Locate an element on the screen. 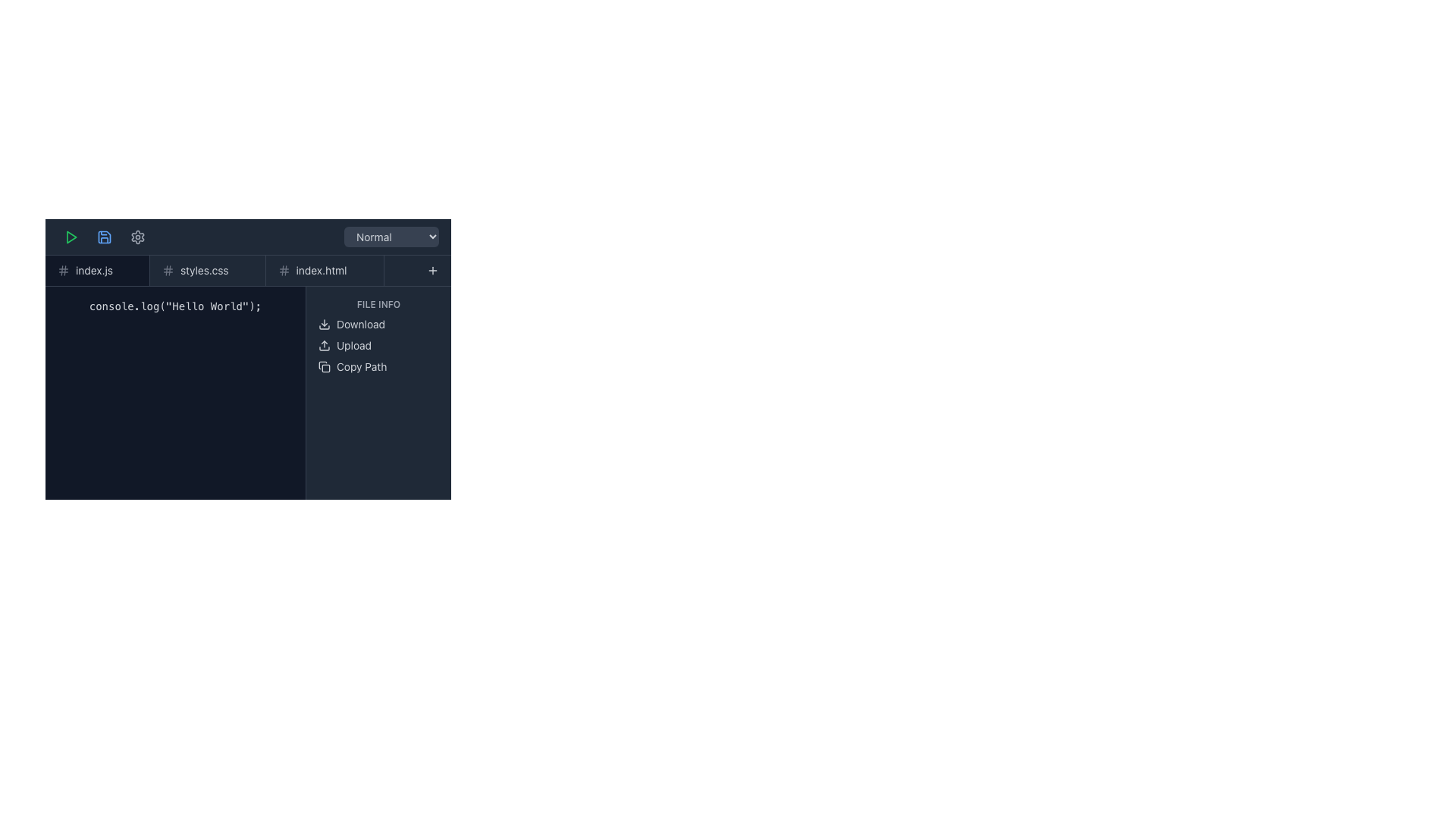  the first clickable button in the right sidebar that allows users to download content is located at coordinates (378, 324).